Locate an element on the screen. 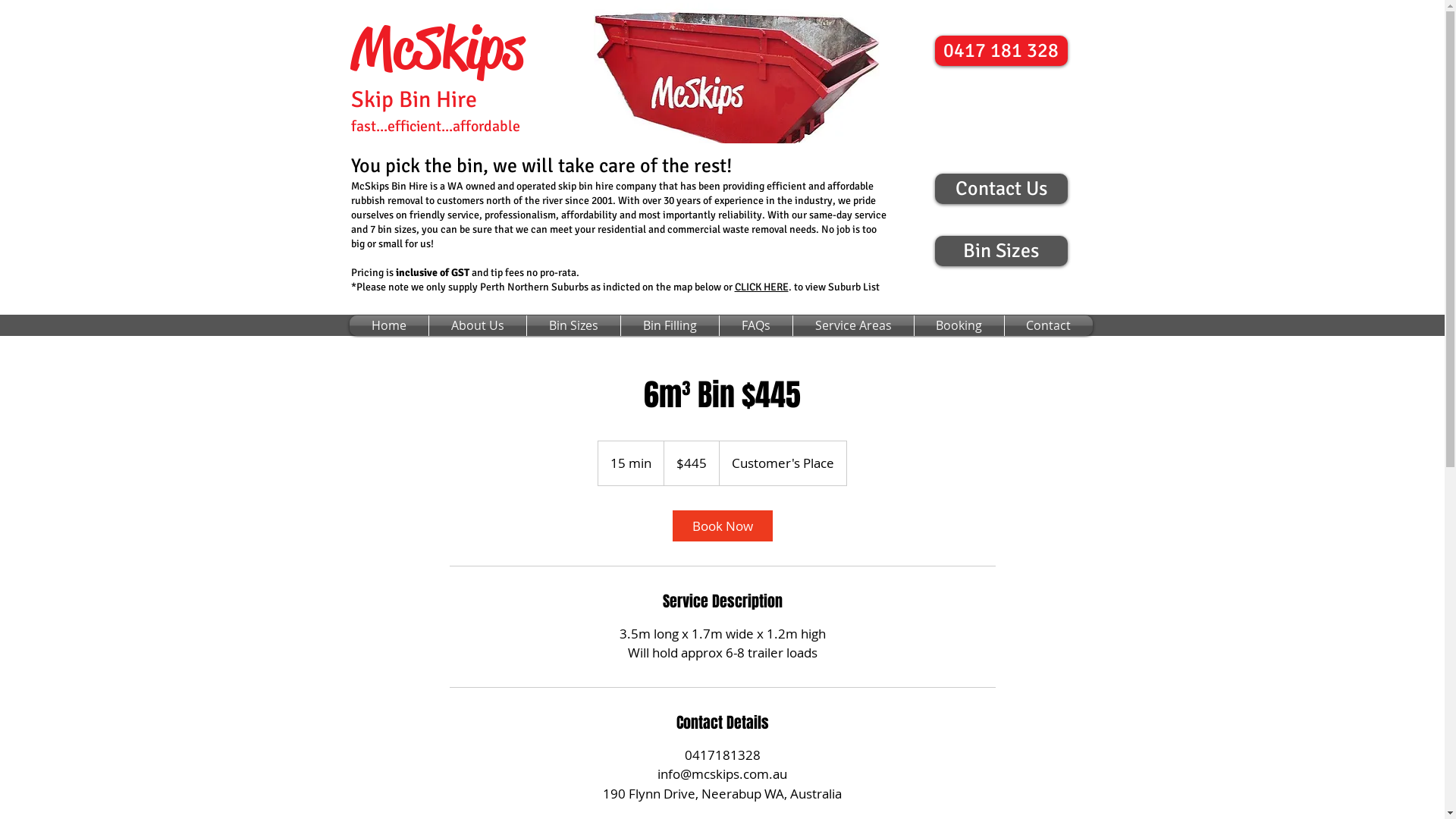 The image size is (1456, 819). 'Bin Sizes' is located at coordinates (572, 325).